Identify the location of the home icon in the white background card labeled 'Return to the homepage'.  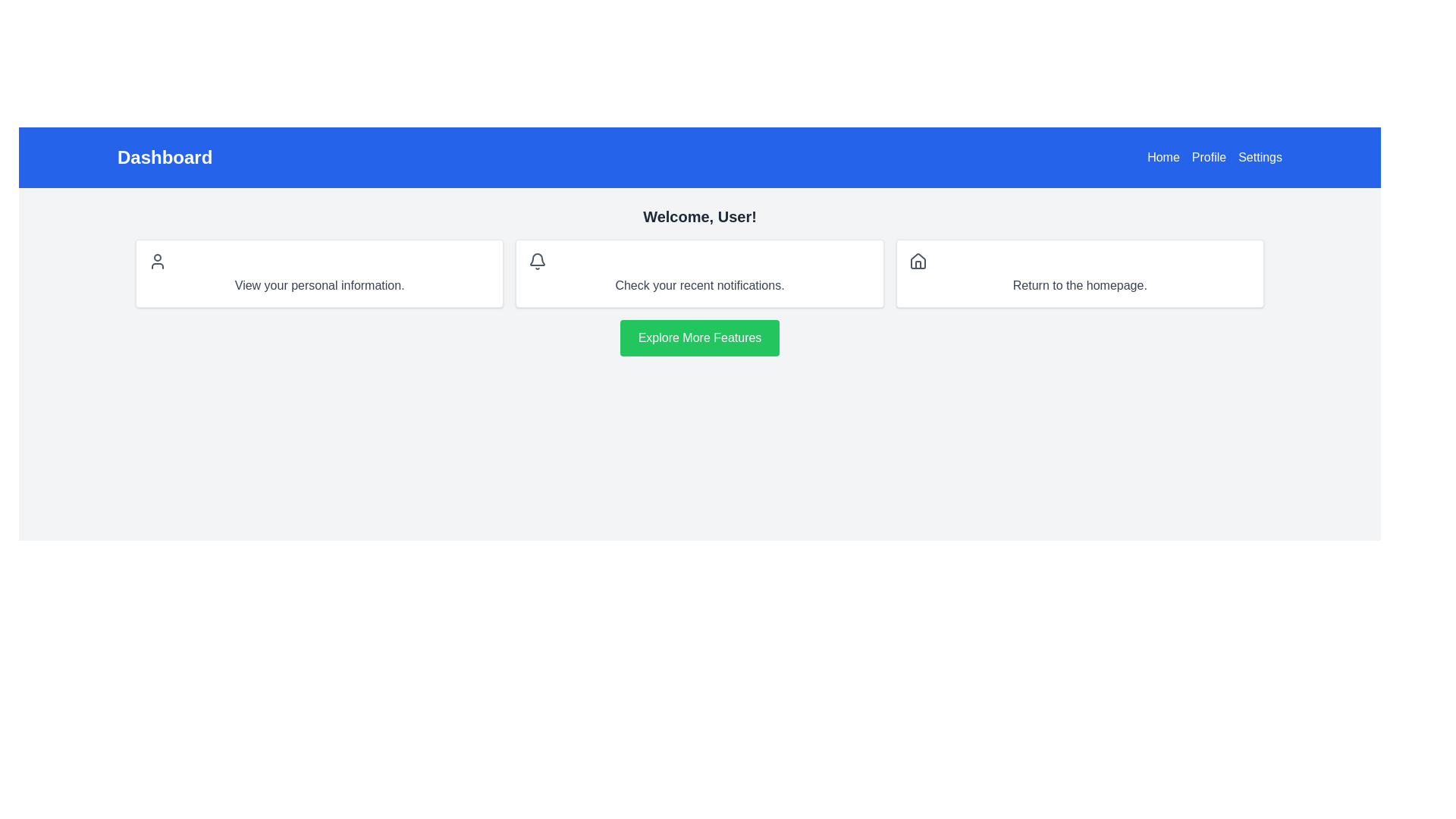
(1079, 274).